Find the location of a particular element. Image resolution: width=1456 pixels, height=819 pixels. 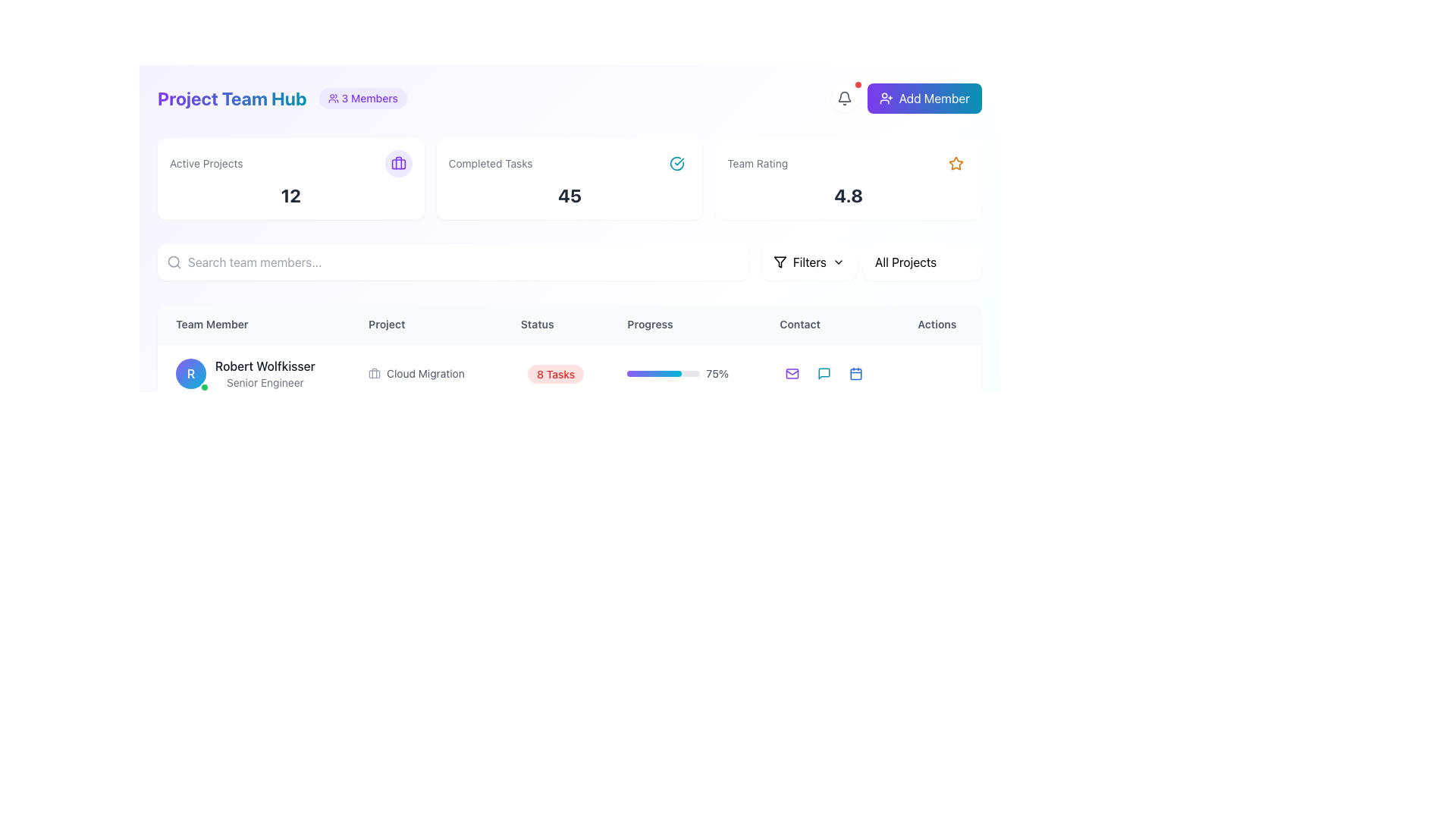

the Chevron Down Icon (SVG) located within the 'Filters' button is located at coordinates (837, 262).